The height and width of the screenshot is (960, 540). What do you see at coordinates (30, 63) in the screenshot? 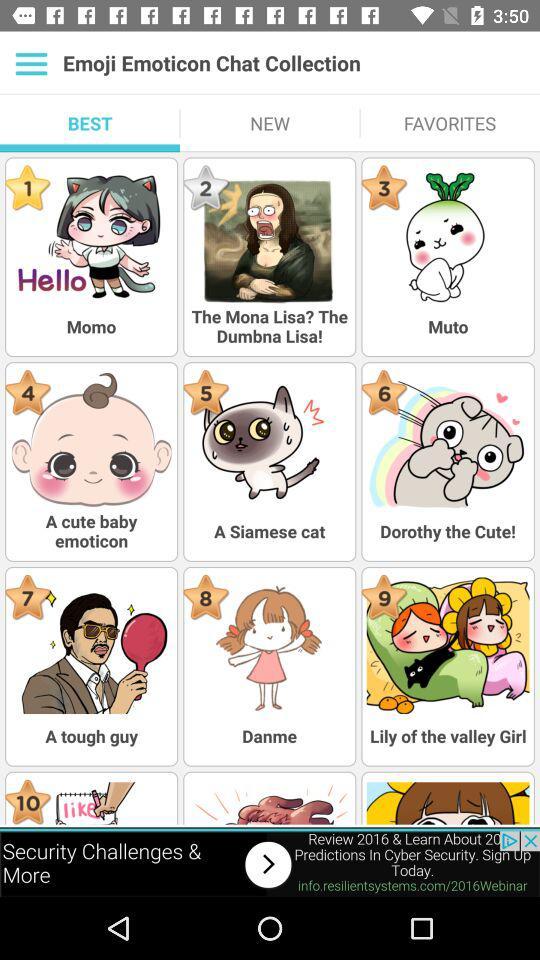
I see `a menu` at bounding box center [30, 63].